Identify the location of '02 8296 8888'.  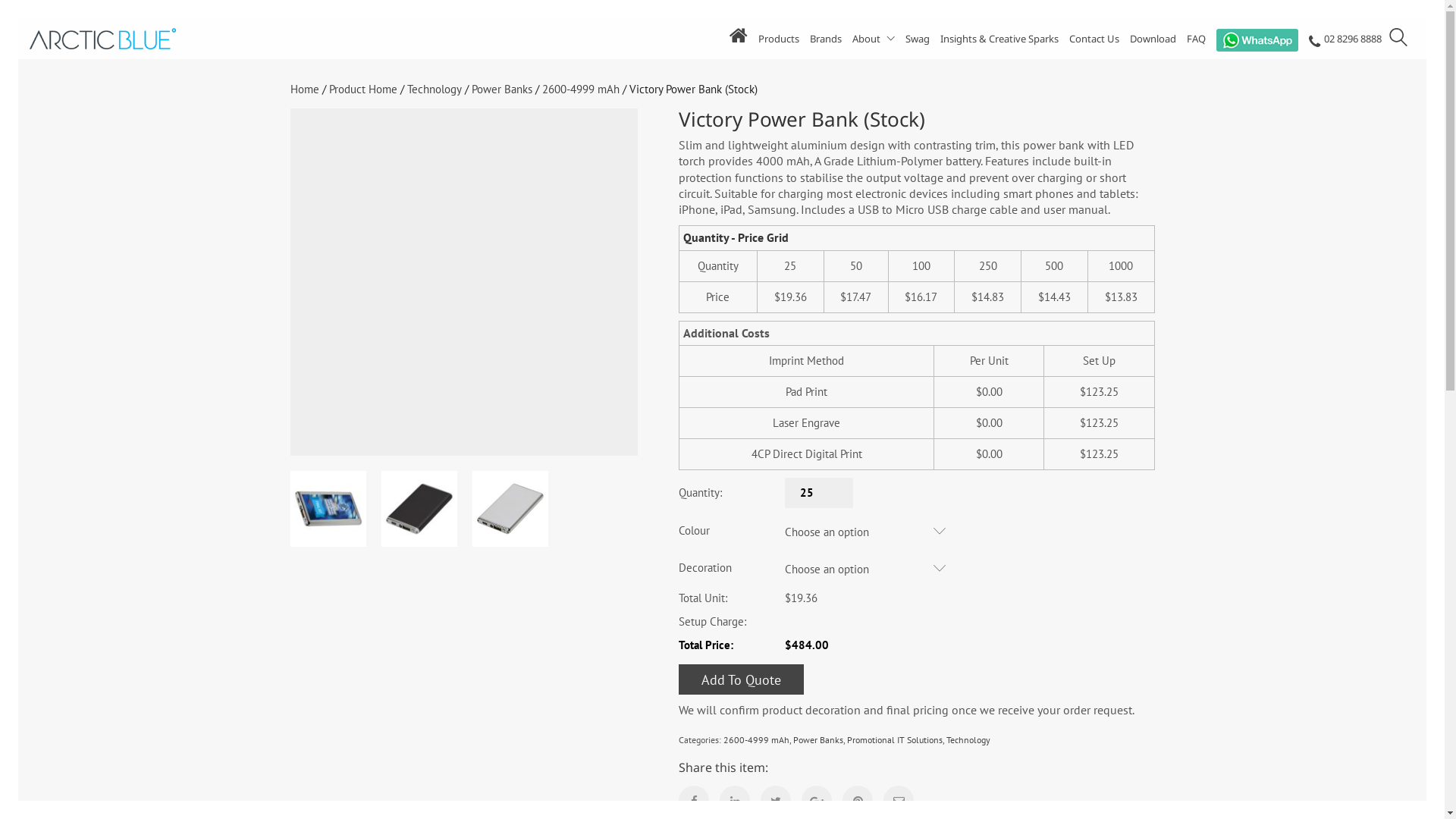
(1345, 40).